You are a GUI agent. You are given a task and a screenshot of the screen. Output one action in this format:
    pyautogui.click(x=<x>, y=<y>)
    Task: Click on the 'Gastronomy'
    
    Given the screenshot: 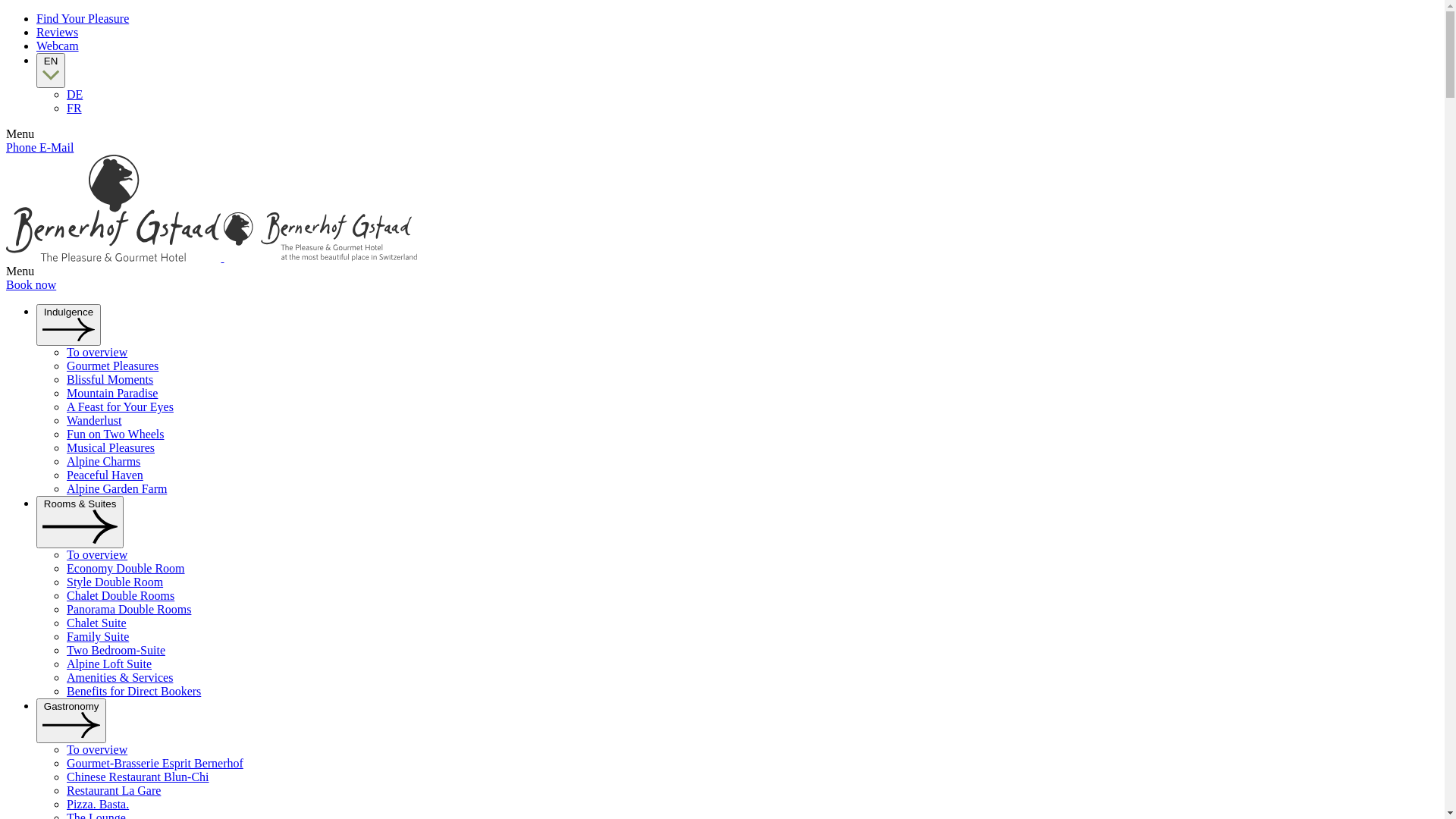 What is the action you would take?
    pyautogui.click(x=71, y=720)
    